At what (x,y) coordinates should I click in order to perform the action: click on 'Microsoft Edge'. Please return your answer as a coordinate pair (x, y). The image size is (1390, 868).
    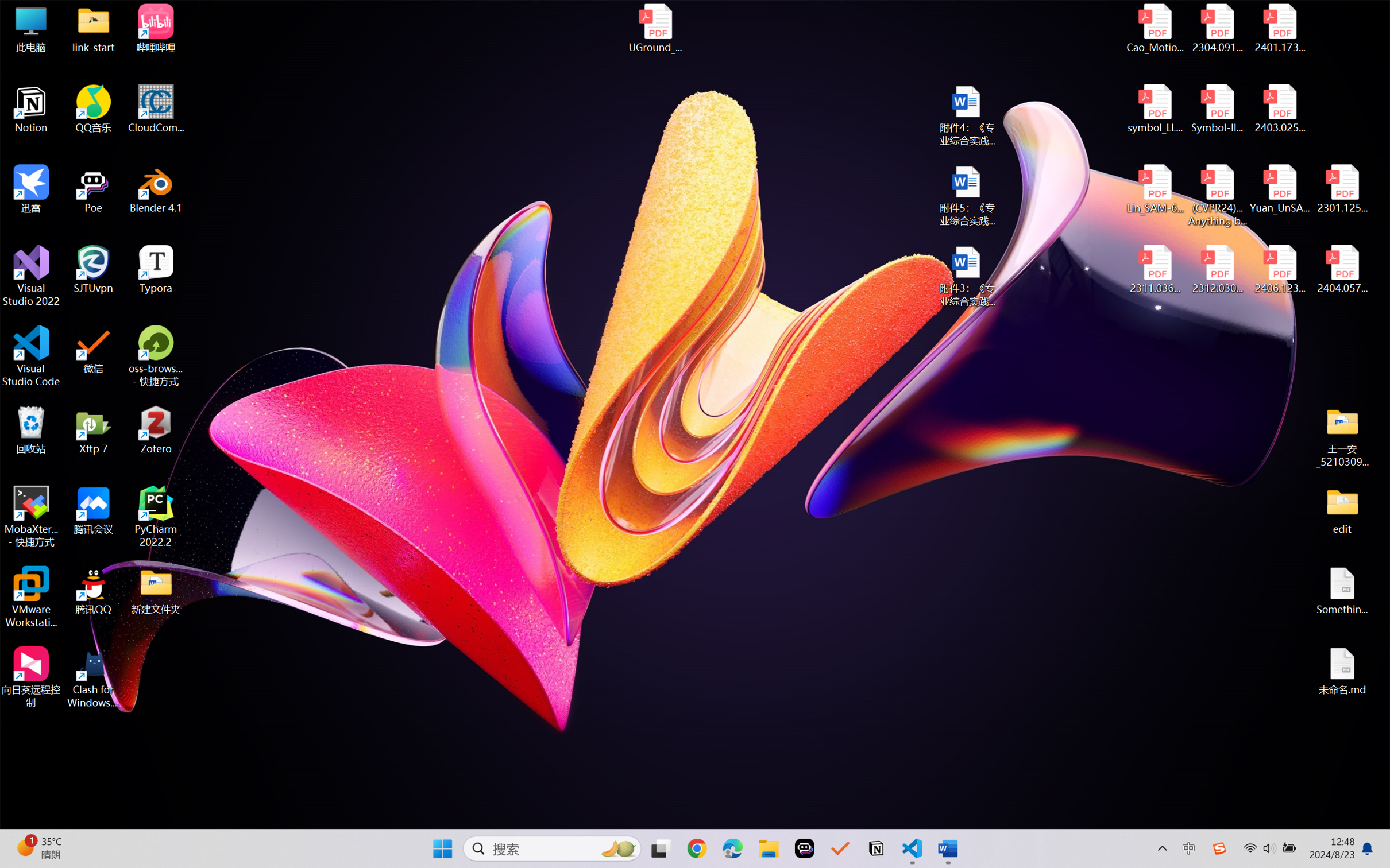
    Looking at the image, I should click on (732, 848).